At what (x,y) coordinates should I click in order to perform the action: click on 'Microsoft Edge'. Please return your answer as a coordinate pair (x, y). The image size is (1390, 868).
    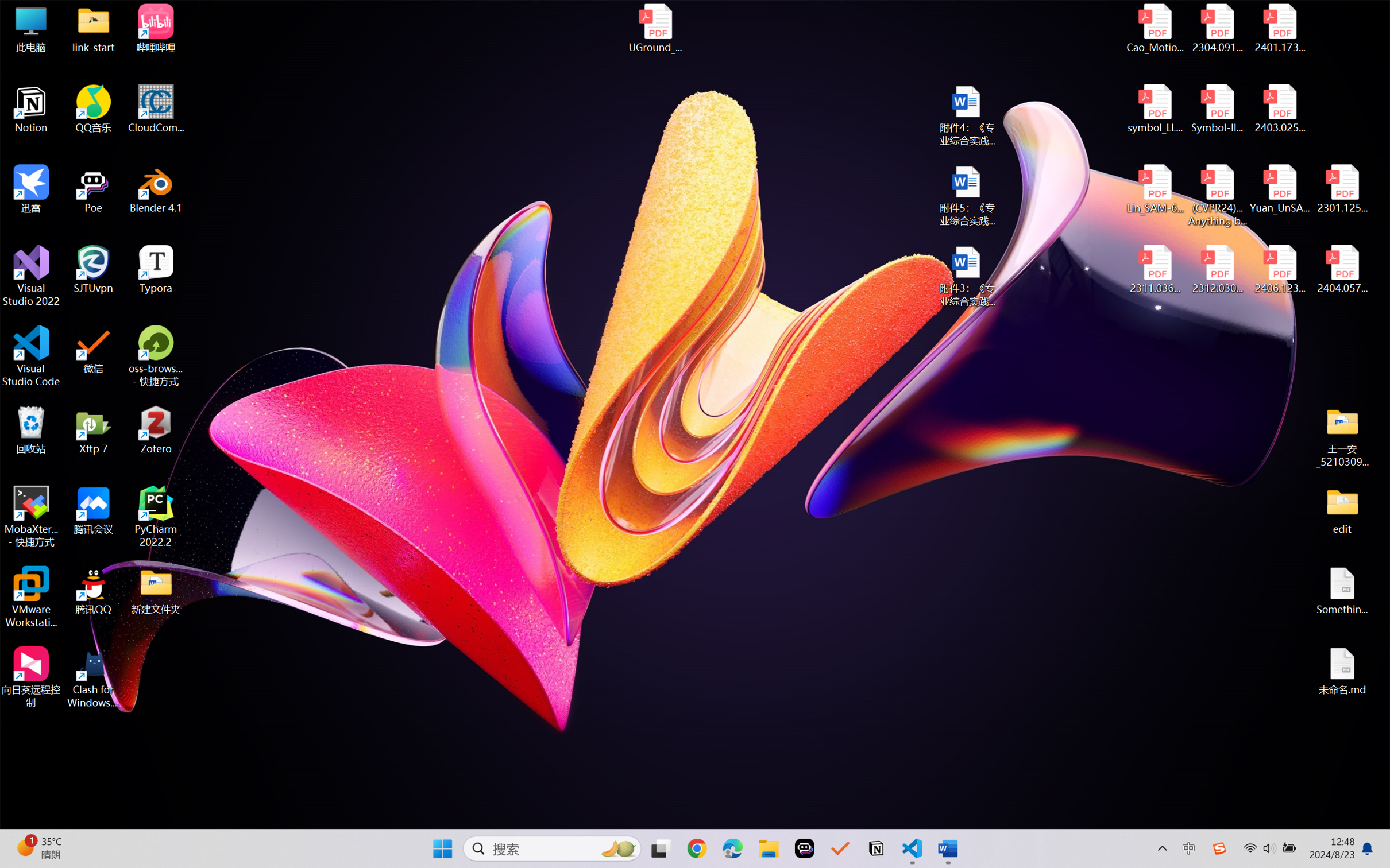
    Looking at the image, I should click on (732, 848).